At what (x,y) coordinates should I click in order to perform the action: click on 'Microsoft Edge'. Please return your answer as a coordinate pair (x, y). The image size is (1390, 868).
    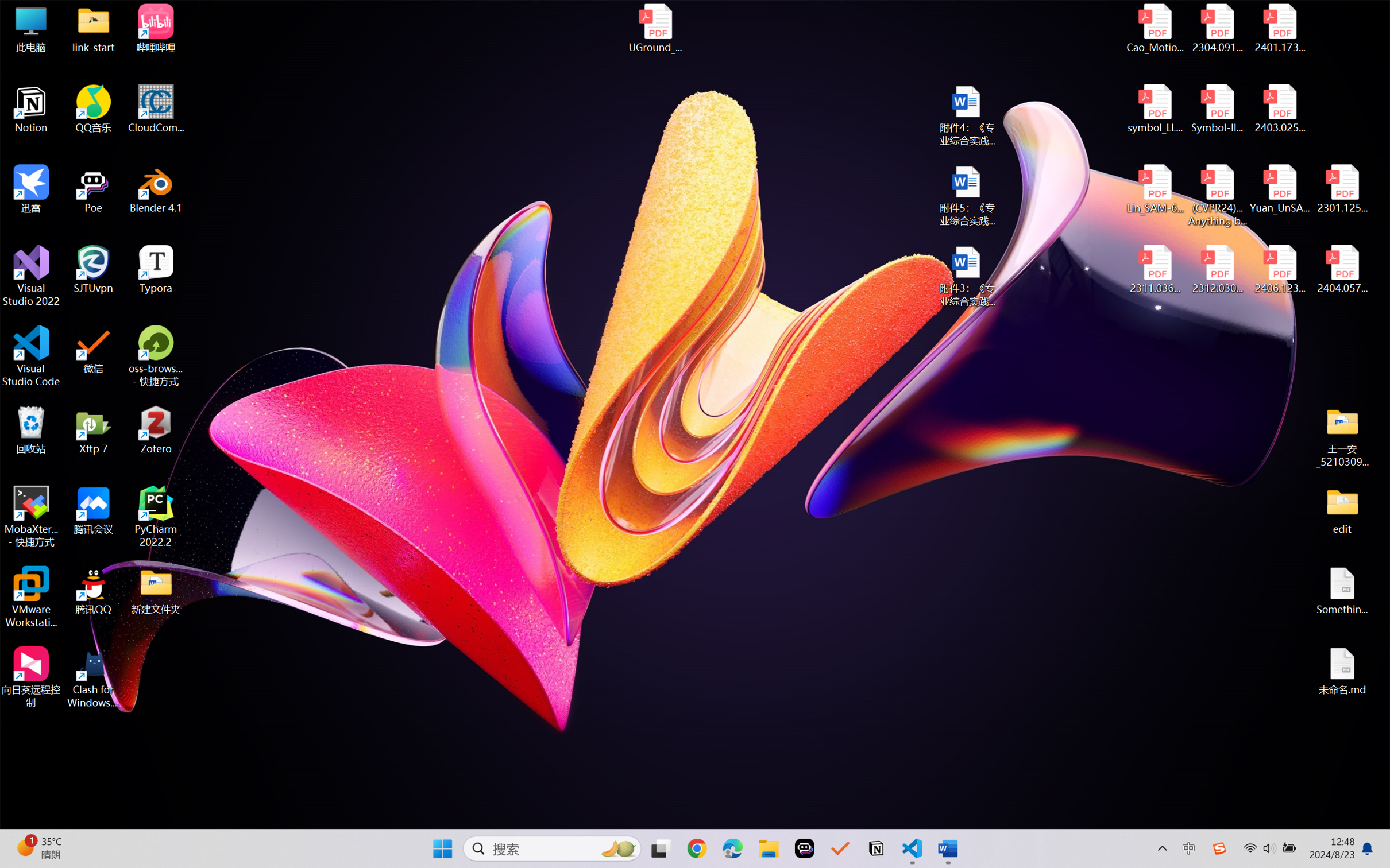
    Looking at the image, I should click on (732, 848).